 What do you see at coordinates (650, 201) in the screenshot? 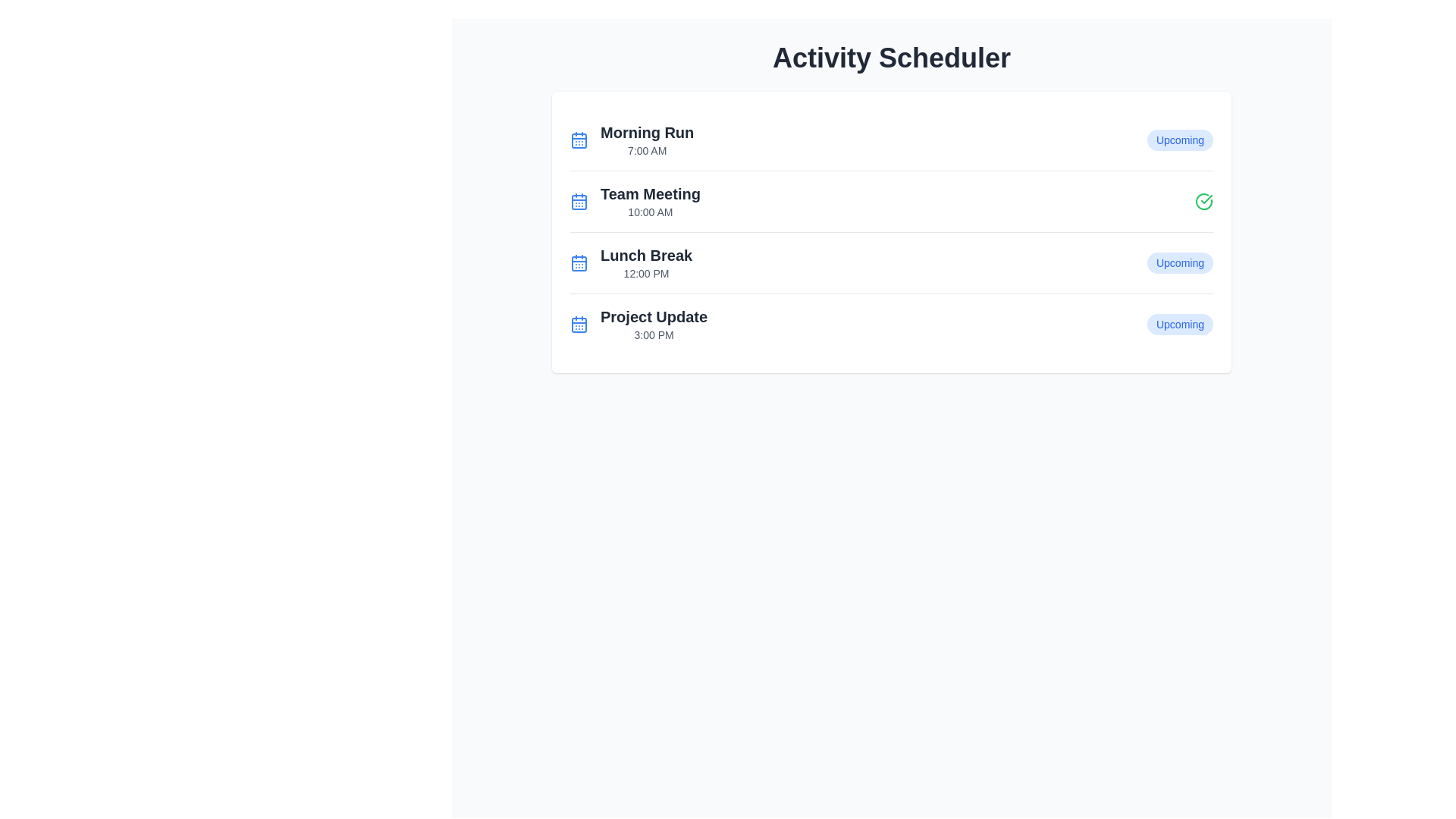
I see `text displayed on the second entry of the vertical list of scheduled events in the activity scheduler, which is positioned between 'Morning Run' and 'Lunch Break'` at bounding box center [650, 201].